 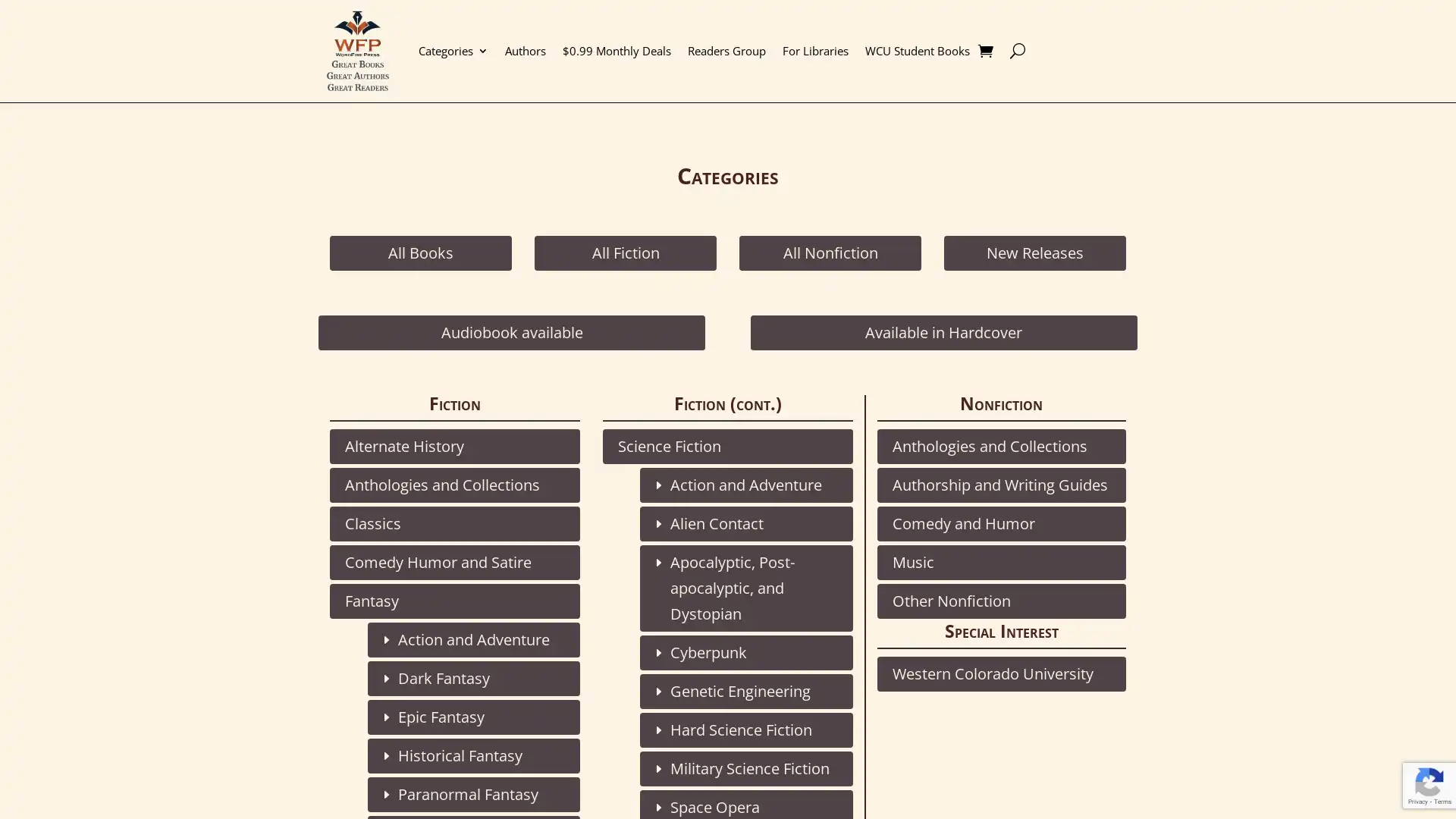 What do you see at coordinates (1016, 49) in the screenshot?
I see `U` at bounding box center [1016, 49].